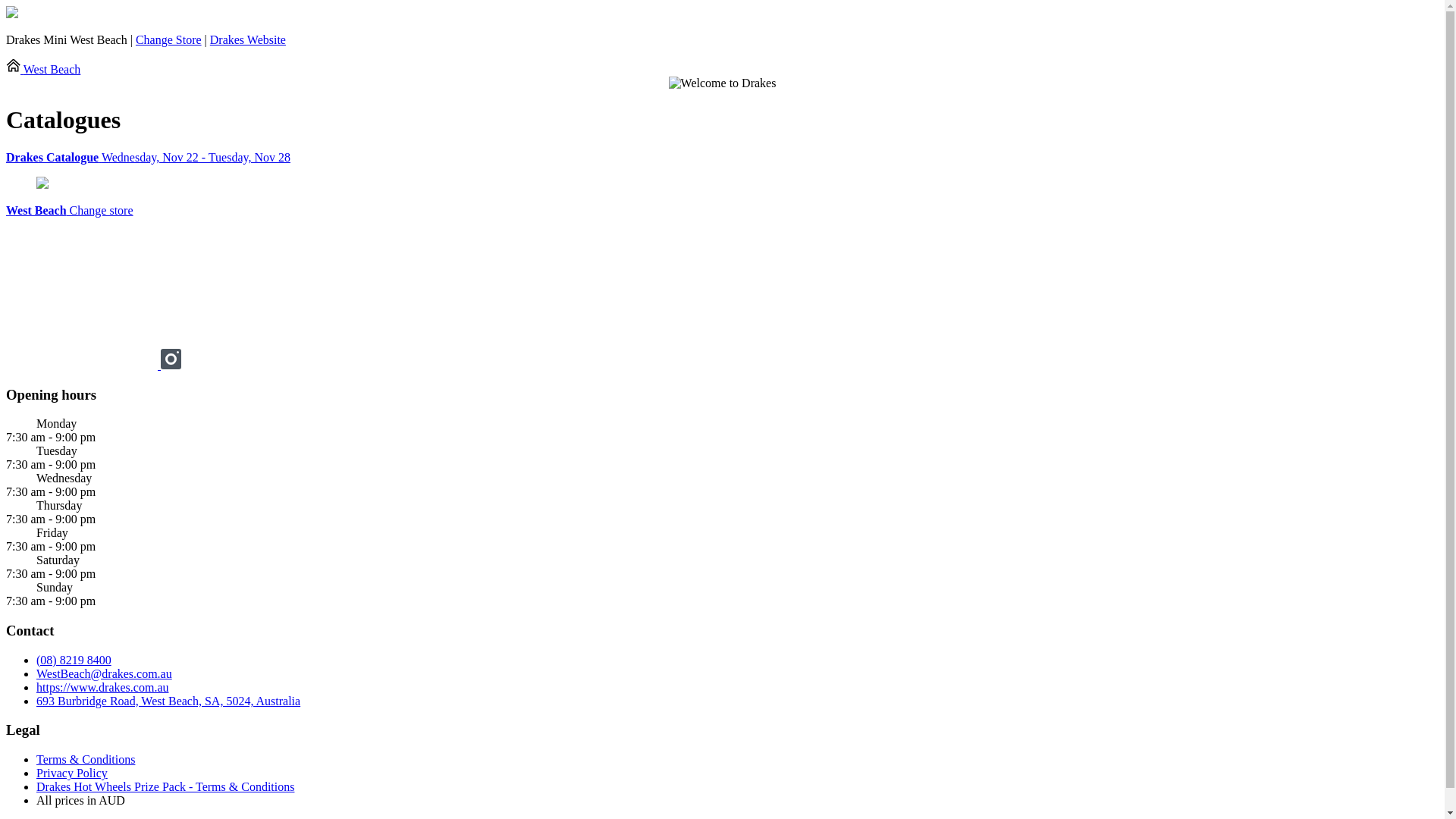 This screenshot has height=819, width=1456. What do you see at coordinates (247, 39) in the screenshot?
I see `'Drakes Website'` at bounding box center [247, 39].